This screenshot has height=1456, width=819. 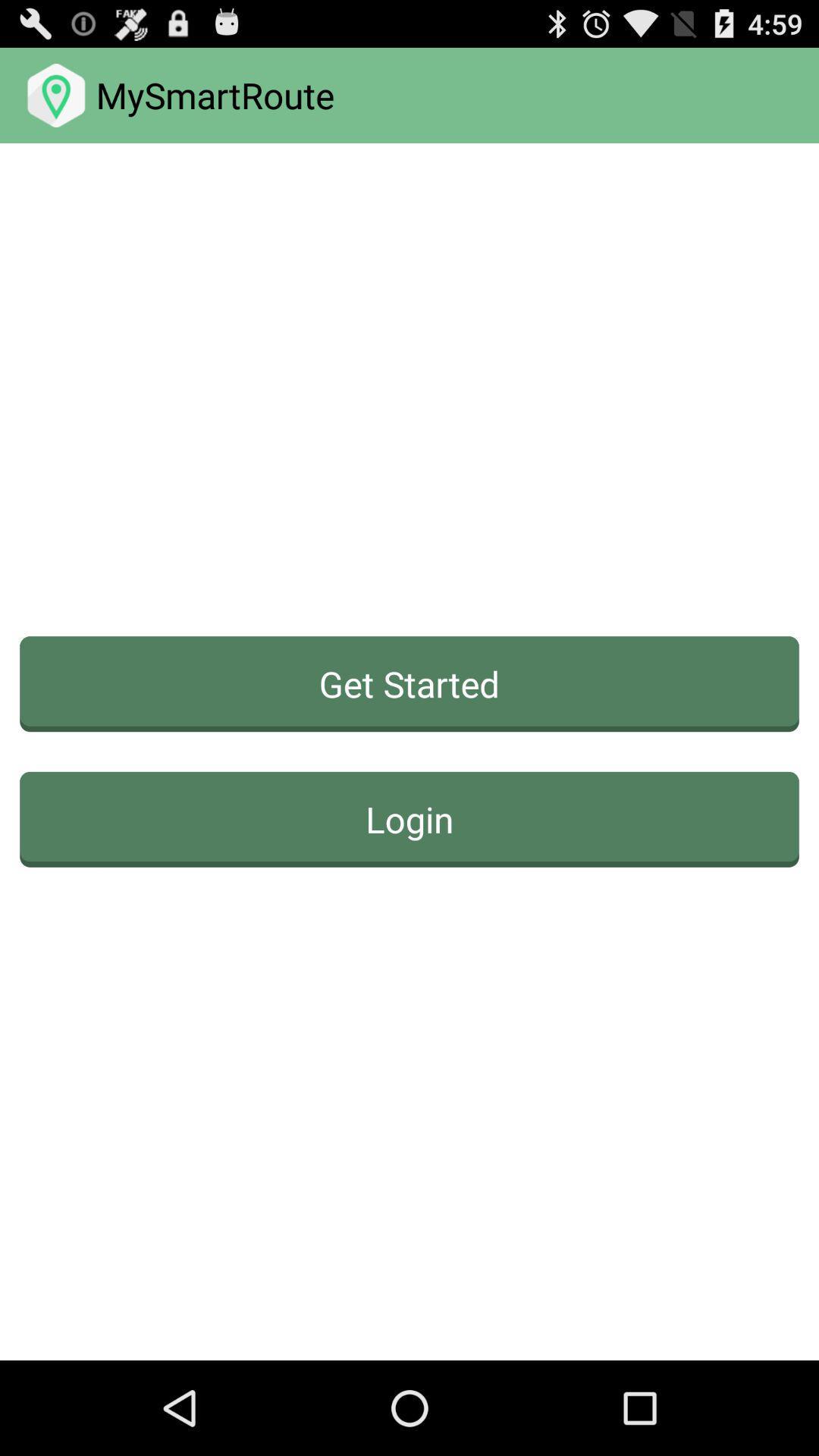 What do you see at coordinates (409, 818) in the screenshot?
I see `the login item` at bounding box center [409, 818].